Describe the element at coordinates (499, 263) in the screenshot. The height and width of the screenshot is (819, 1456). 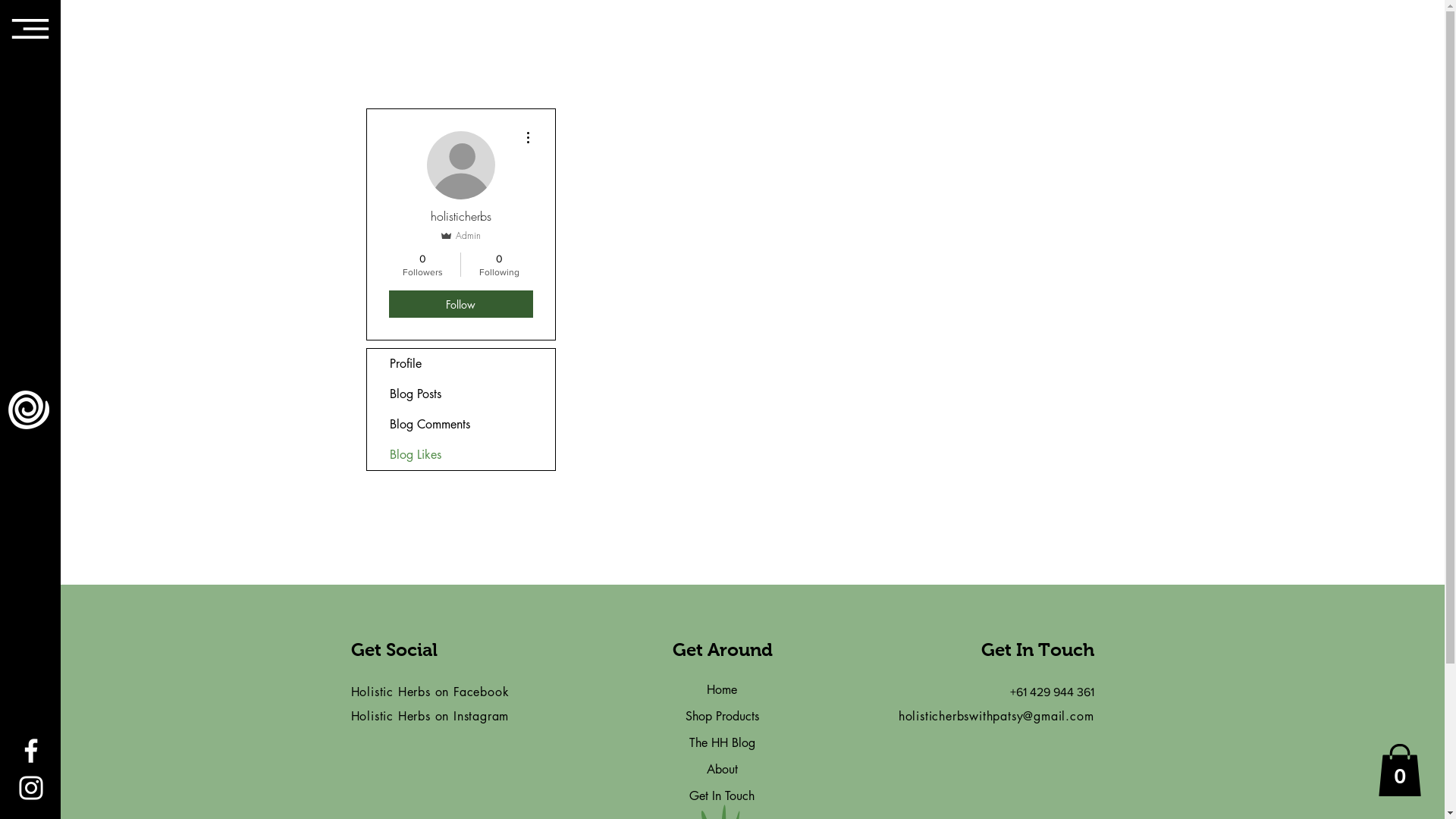
I see `'0` at that location.